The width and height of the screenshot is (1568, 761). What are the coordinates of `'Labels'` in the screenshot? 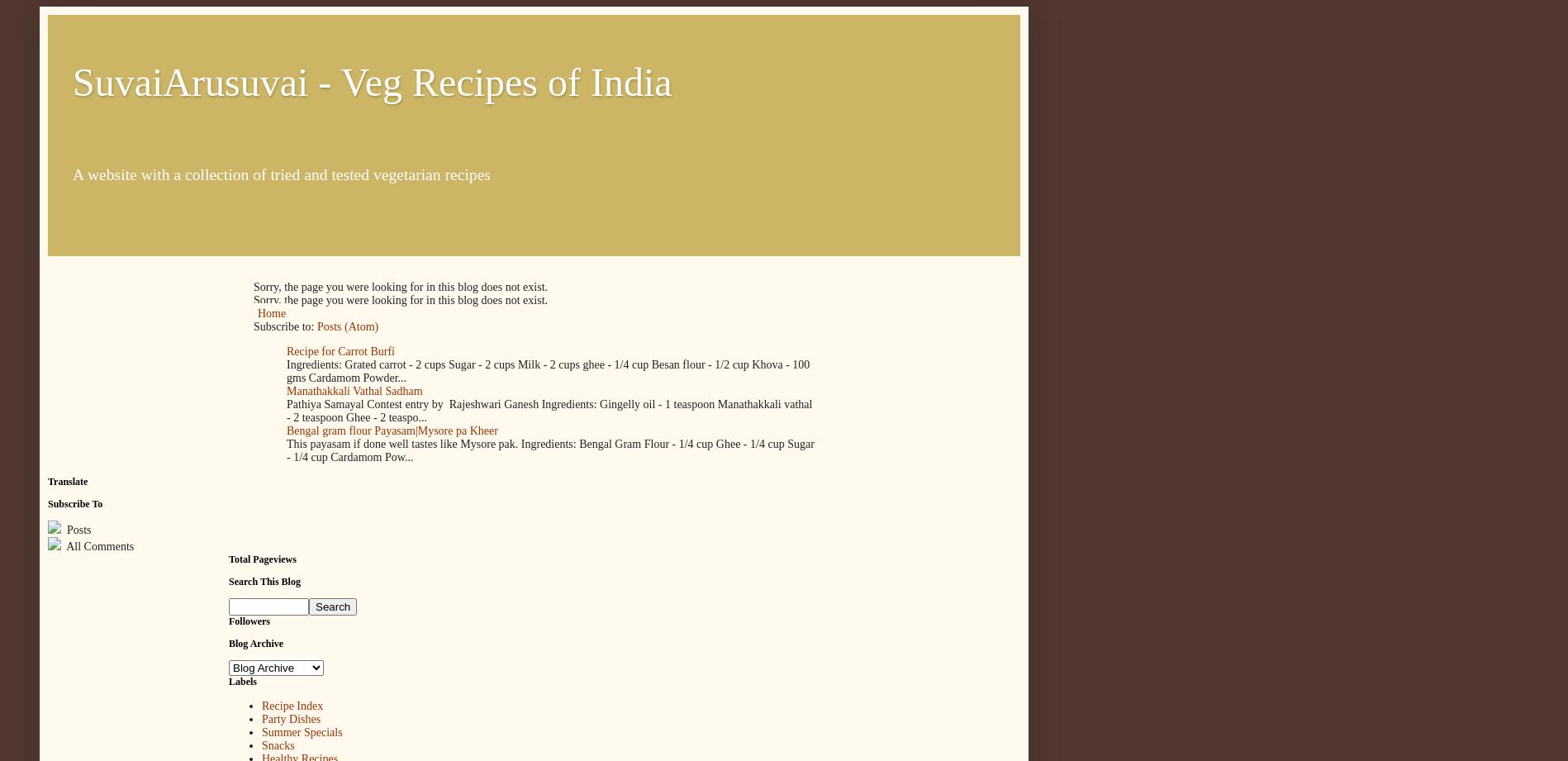 It's located at (242, 681).